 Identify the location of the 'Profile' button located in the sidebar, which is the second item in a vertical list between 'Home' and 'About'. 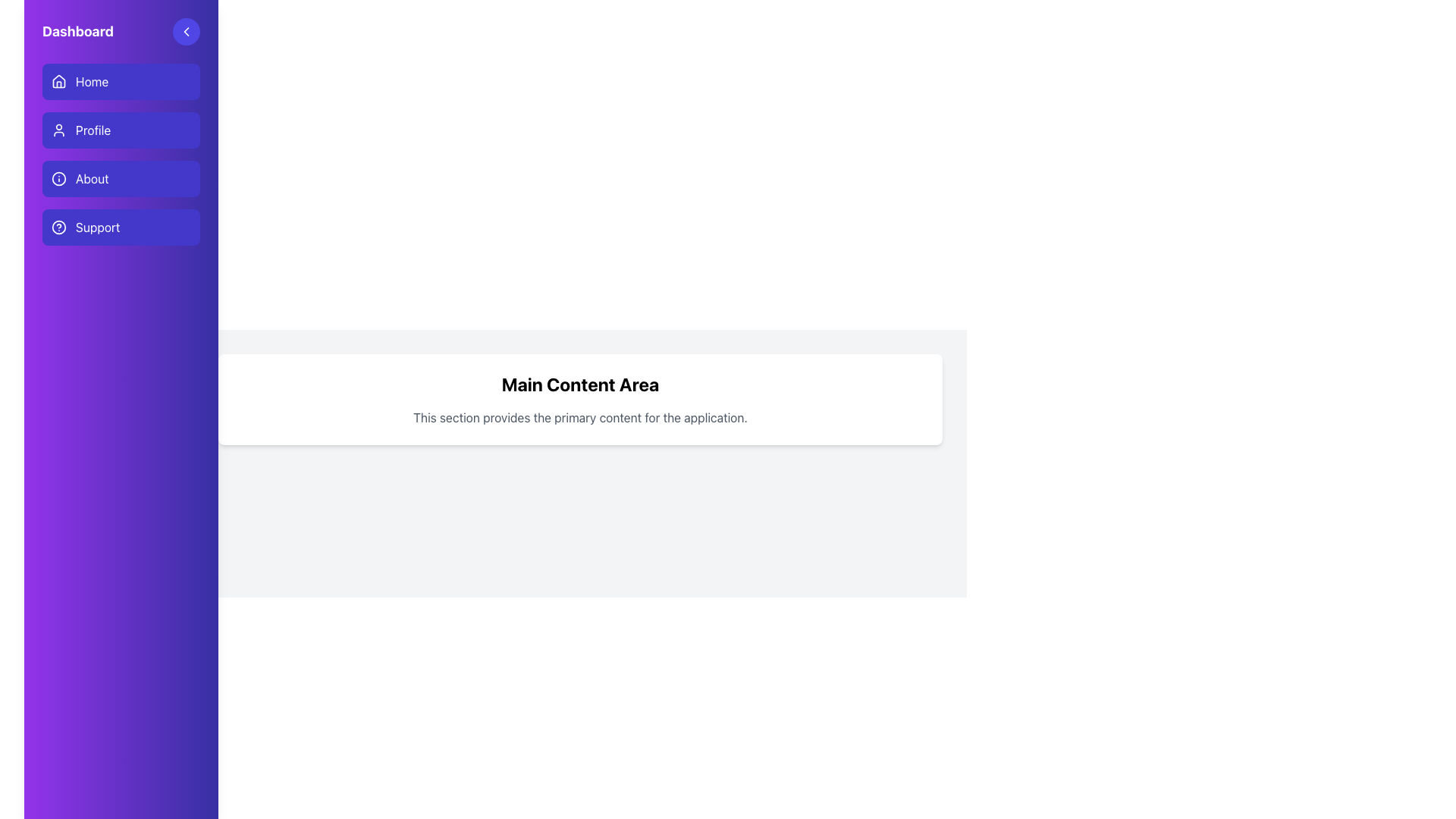
(120, 155).